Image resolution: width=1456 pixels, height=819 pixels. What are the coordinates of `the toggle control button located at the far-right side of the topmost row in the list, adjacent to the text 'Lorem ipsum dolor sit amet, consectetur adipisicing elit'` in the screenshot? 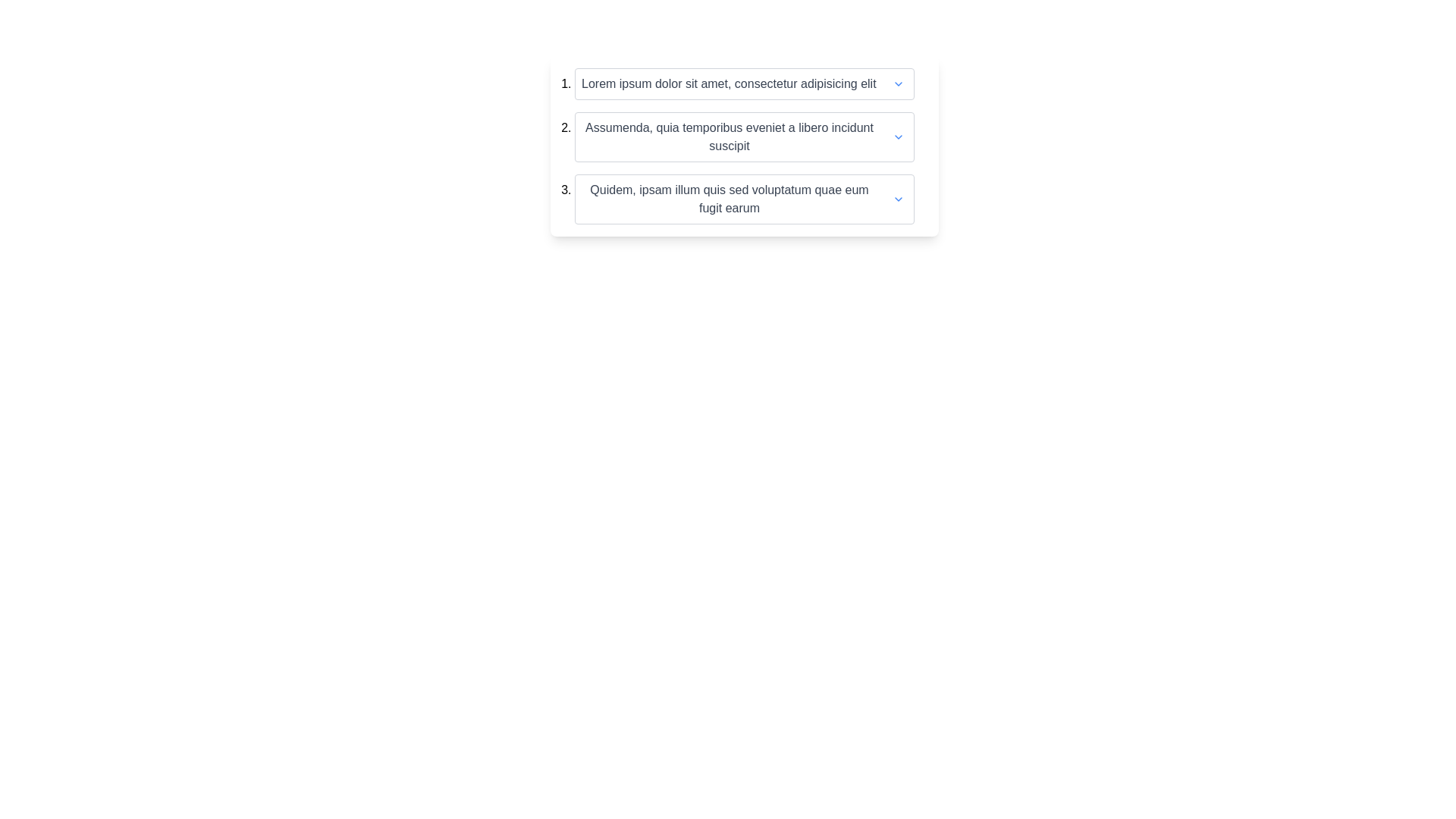 It's located at (899, 84).